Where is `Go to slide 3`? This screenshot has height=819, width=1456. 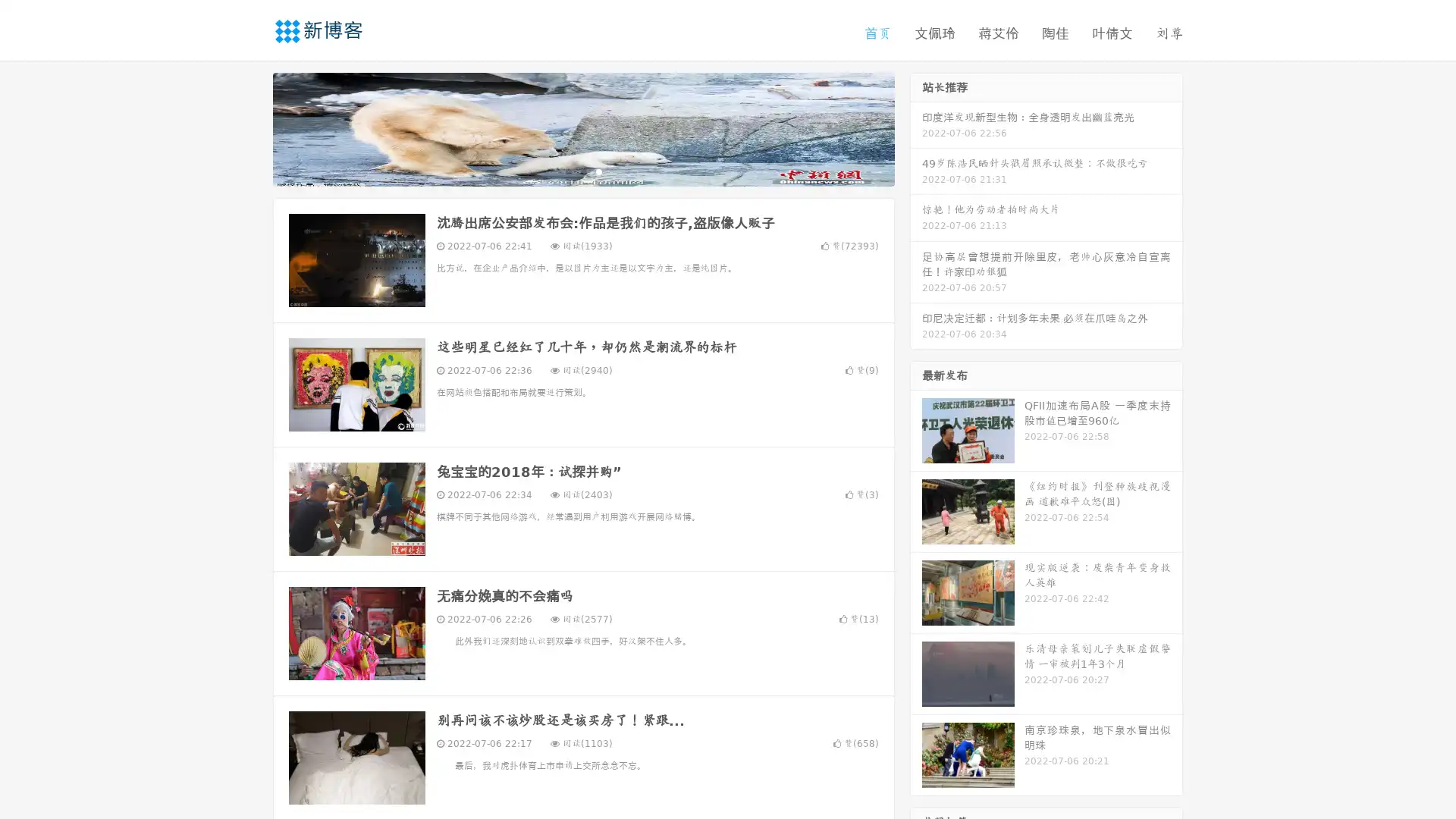
Go to slide 3 is located at coordinates (598, 171).